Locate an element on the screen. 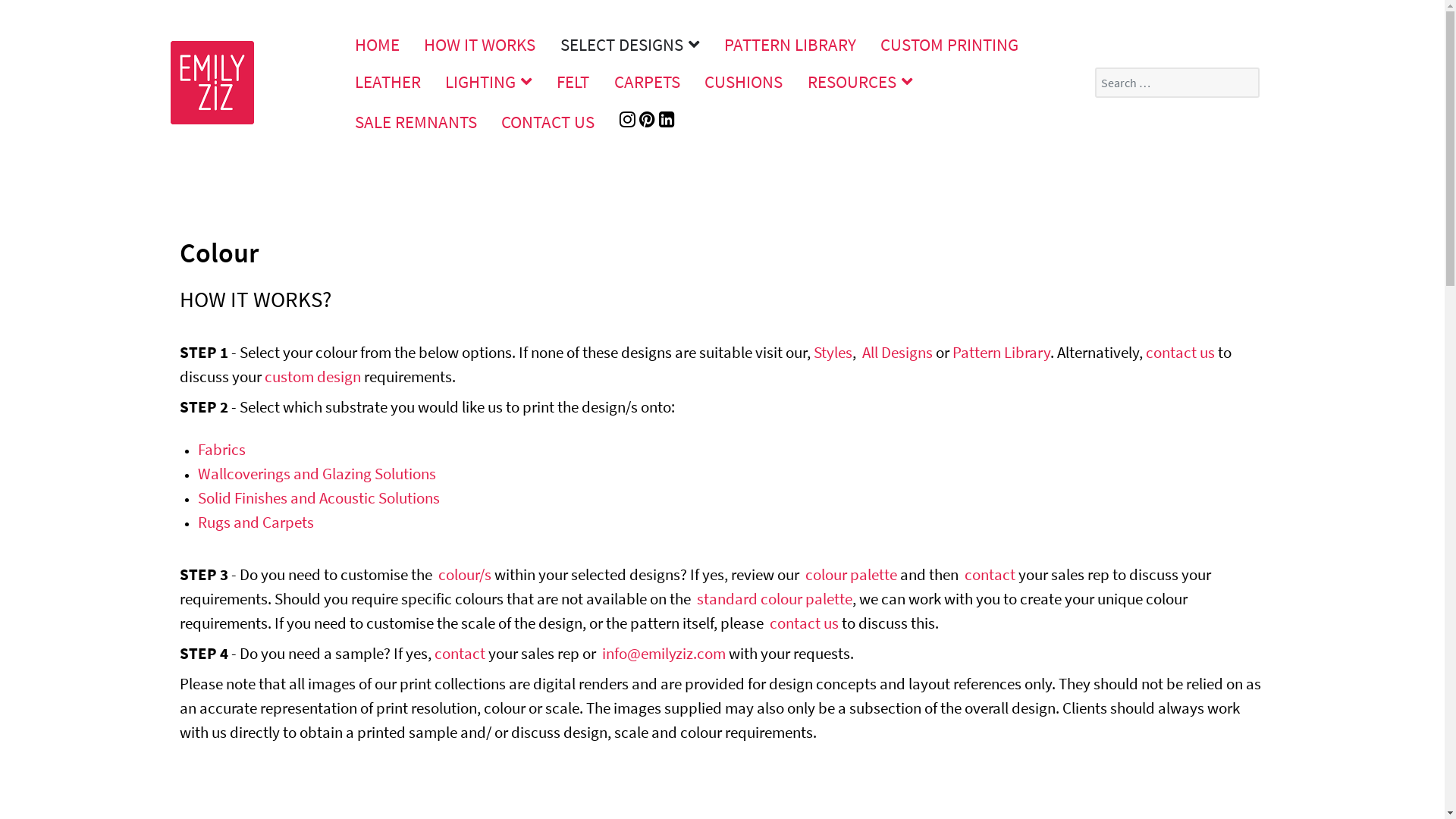  'All Designs' is located at coordinates (896, 352).